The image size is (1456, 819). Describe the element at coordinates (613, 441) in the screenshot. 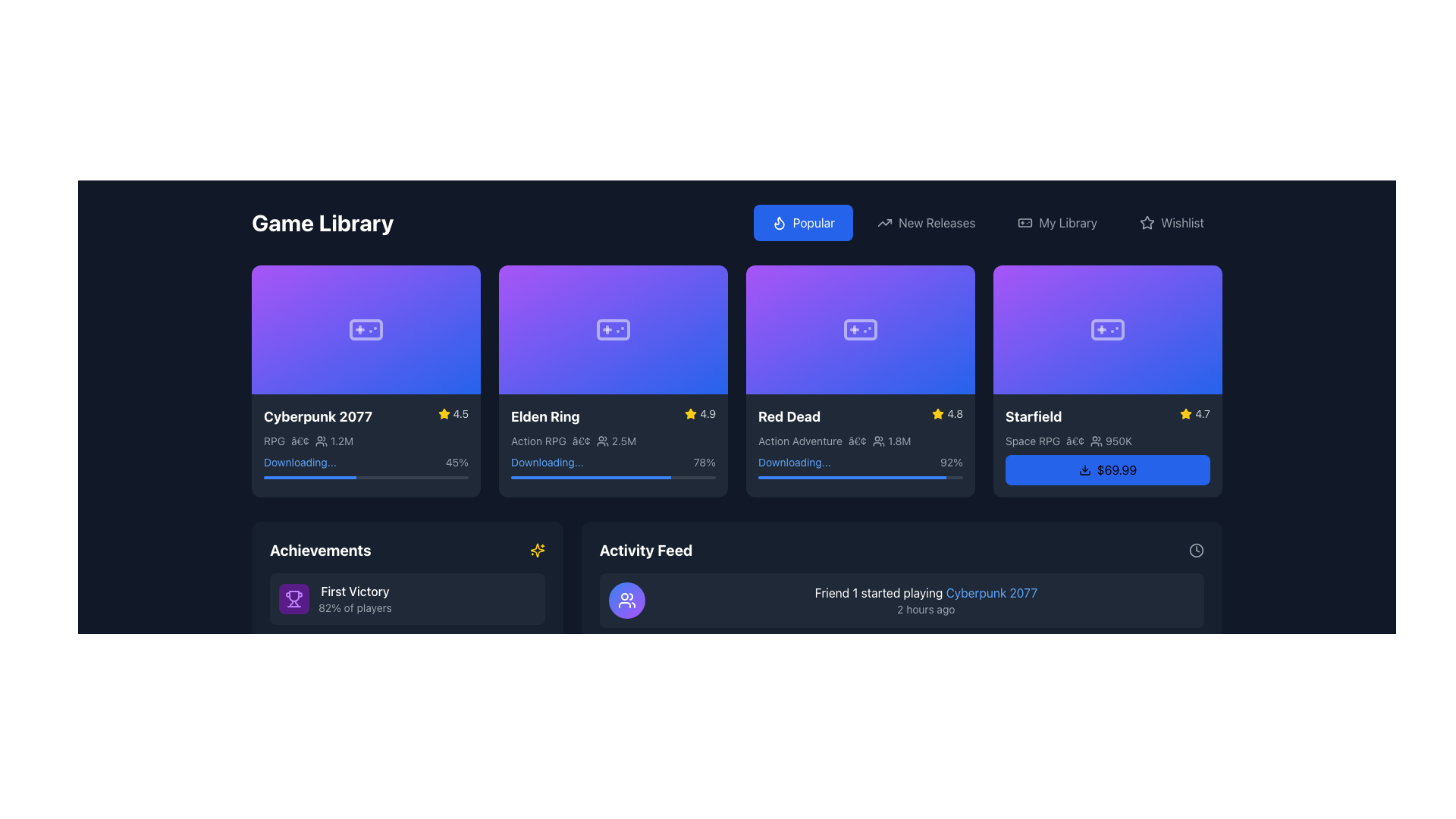

I see `text display with icon that informs users about the genre of the game 'Elden Ring' and its user statistics, located below the game's rating and title` at that location.